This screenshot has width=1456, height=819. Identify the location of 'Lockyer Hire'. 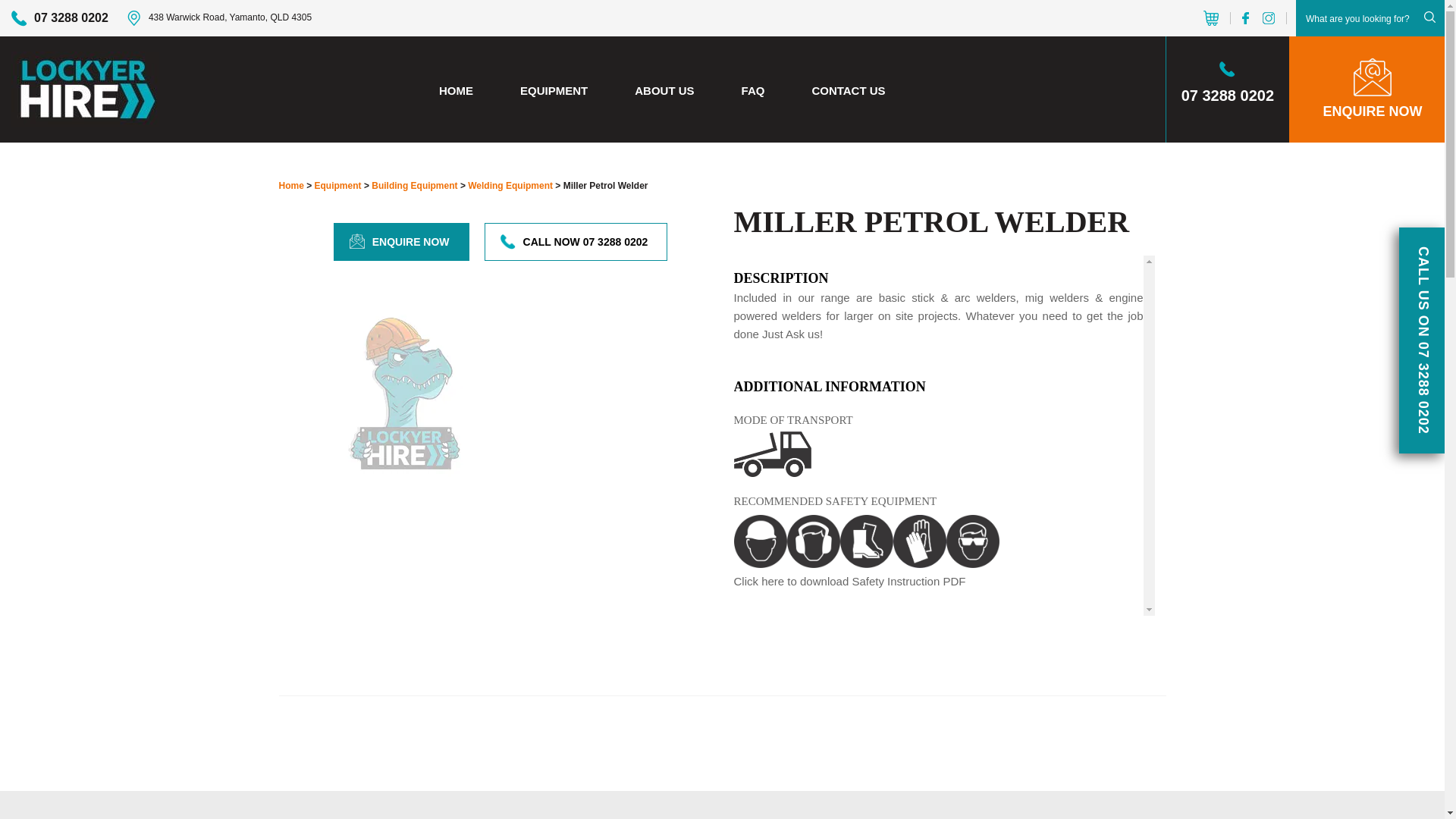
(84, 88).